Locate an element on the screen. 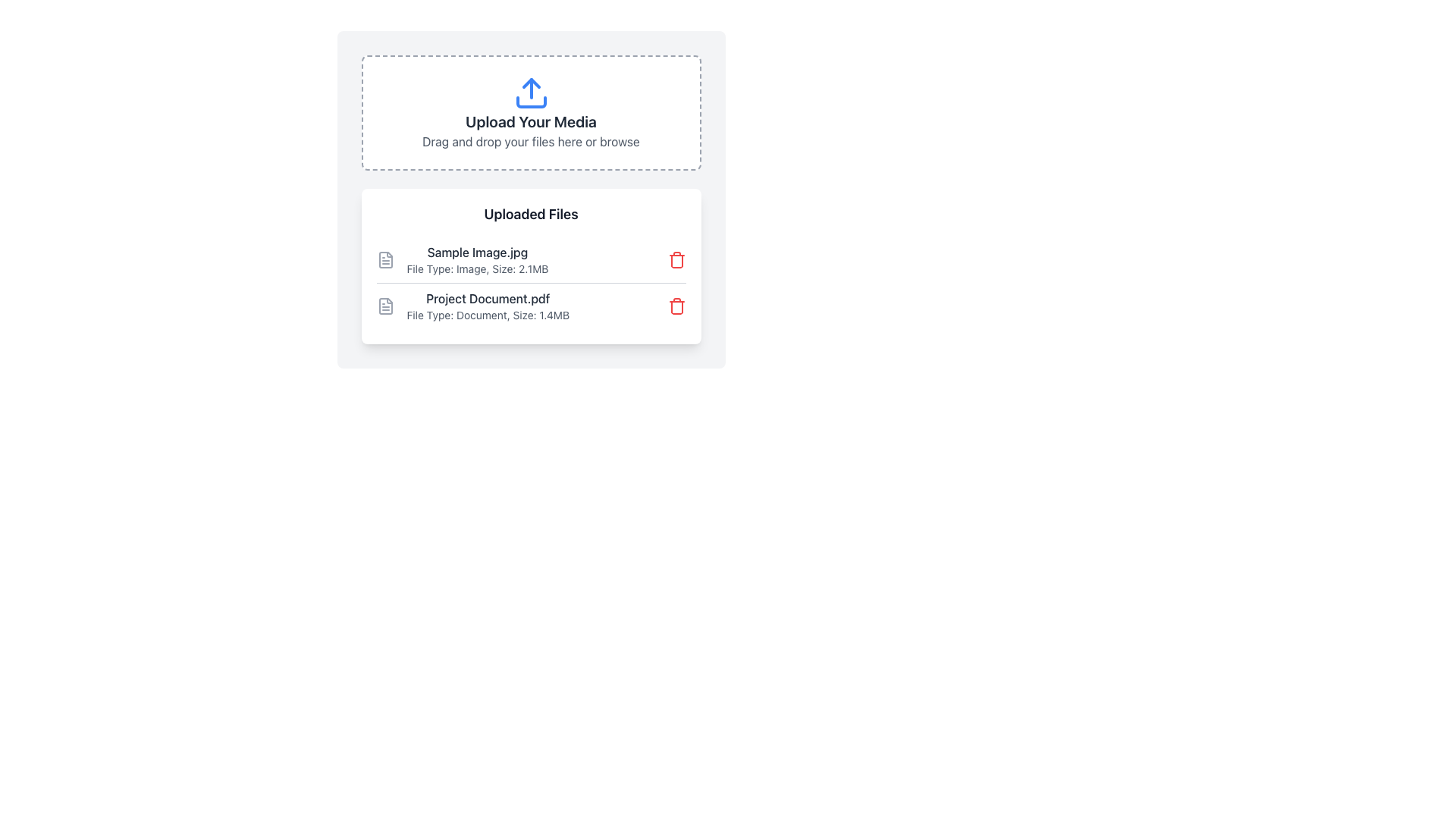  the textual component displaying 'File Type: Document, Size: 1.4MB' which is styled with a gray-colored font and located below 'Project Document.pdf' is located at coordinates (488, 315).